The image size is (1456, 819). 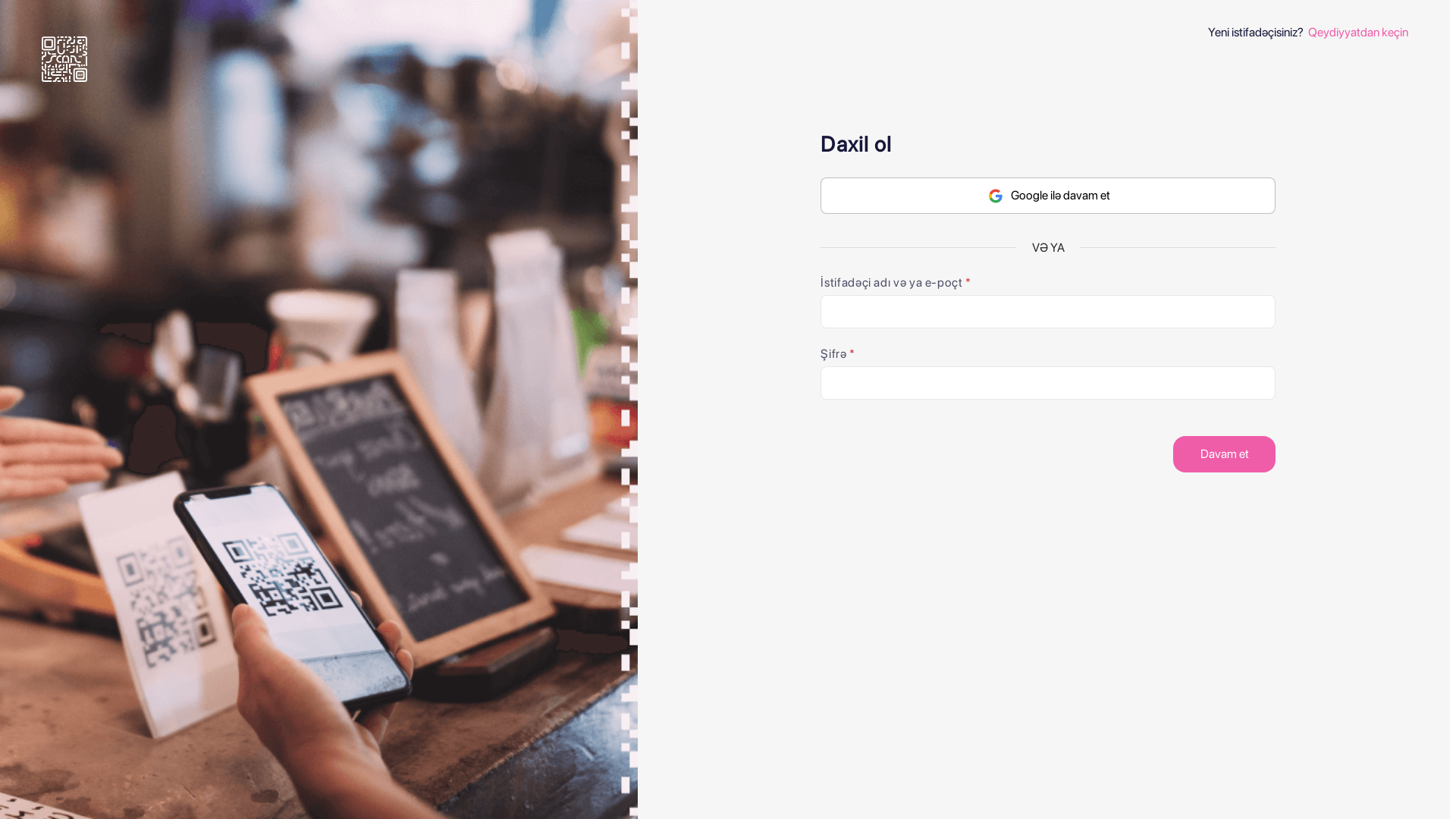 I want to click on 'Davam et', so click(x=1224, y=453).